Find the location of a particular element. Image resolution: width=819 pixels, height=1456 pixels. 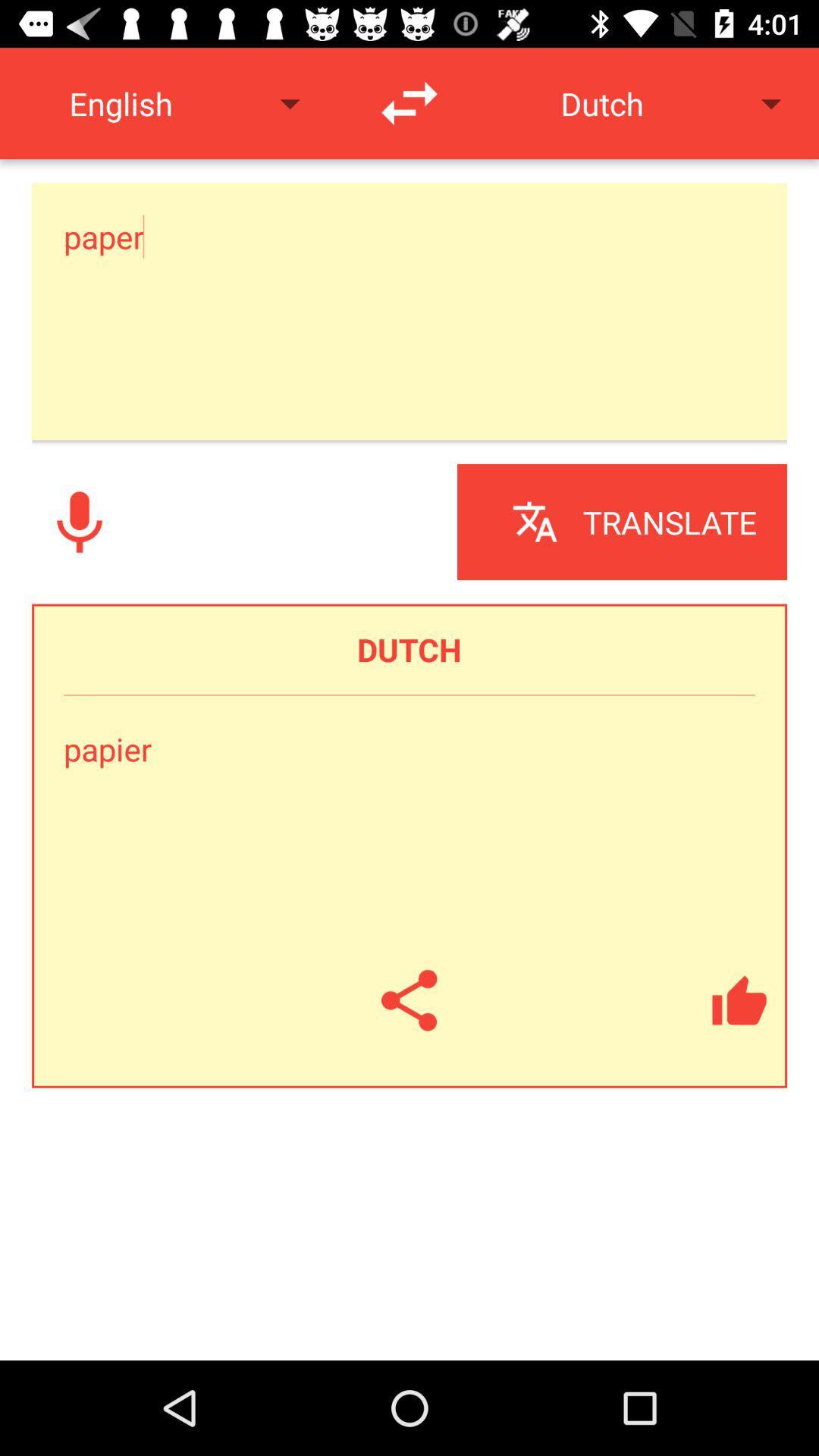

copy hyperlink is located at coordinates (409, 1000).